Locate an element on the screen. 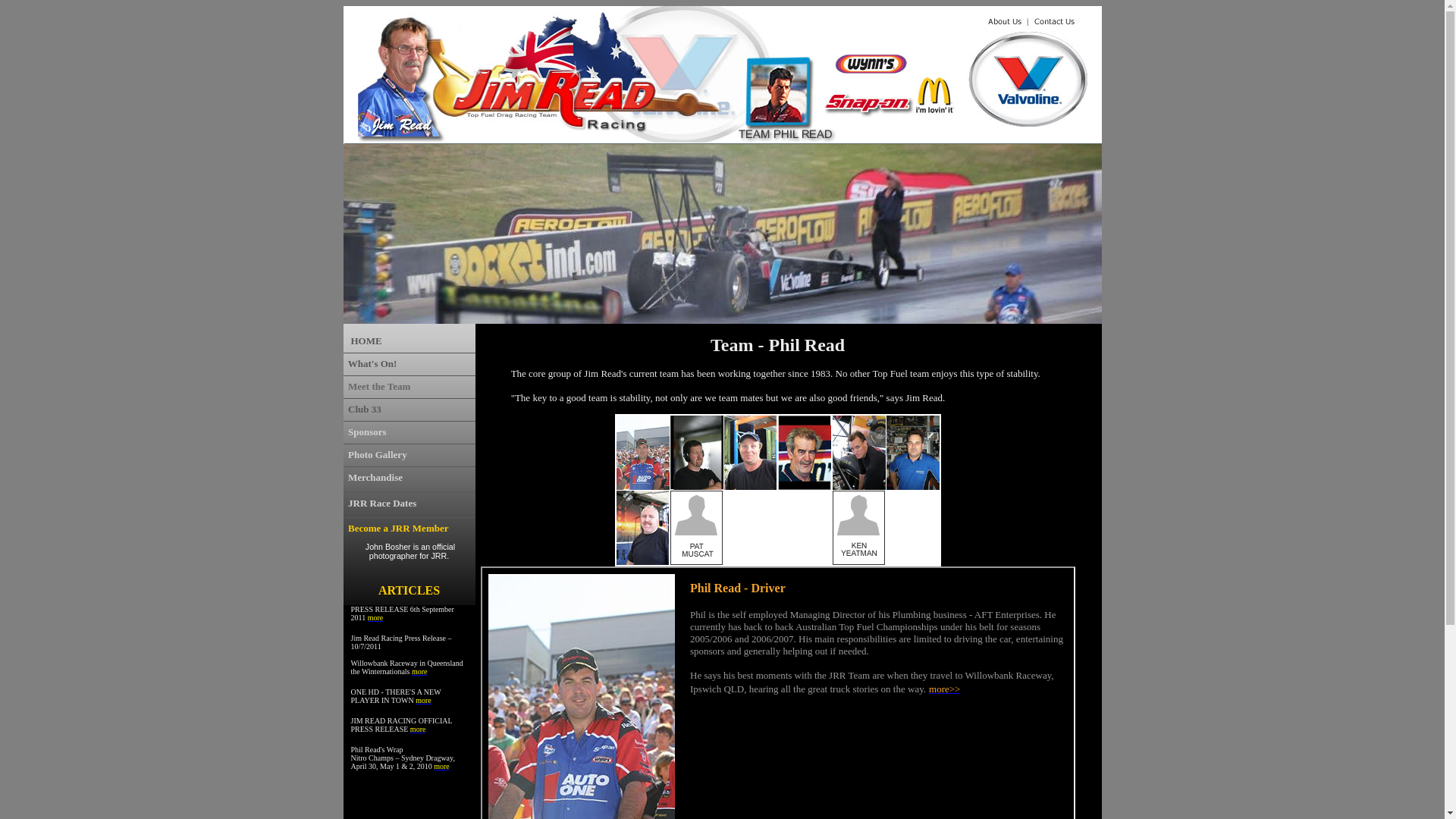  'HOME' is located at coordinates (366, 339).